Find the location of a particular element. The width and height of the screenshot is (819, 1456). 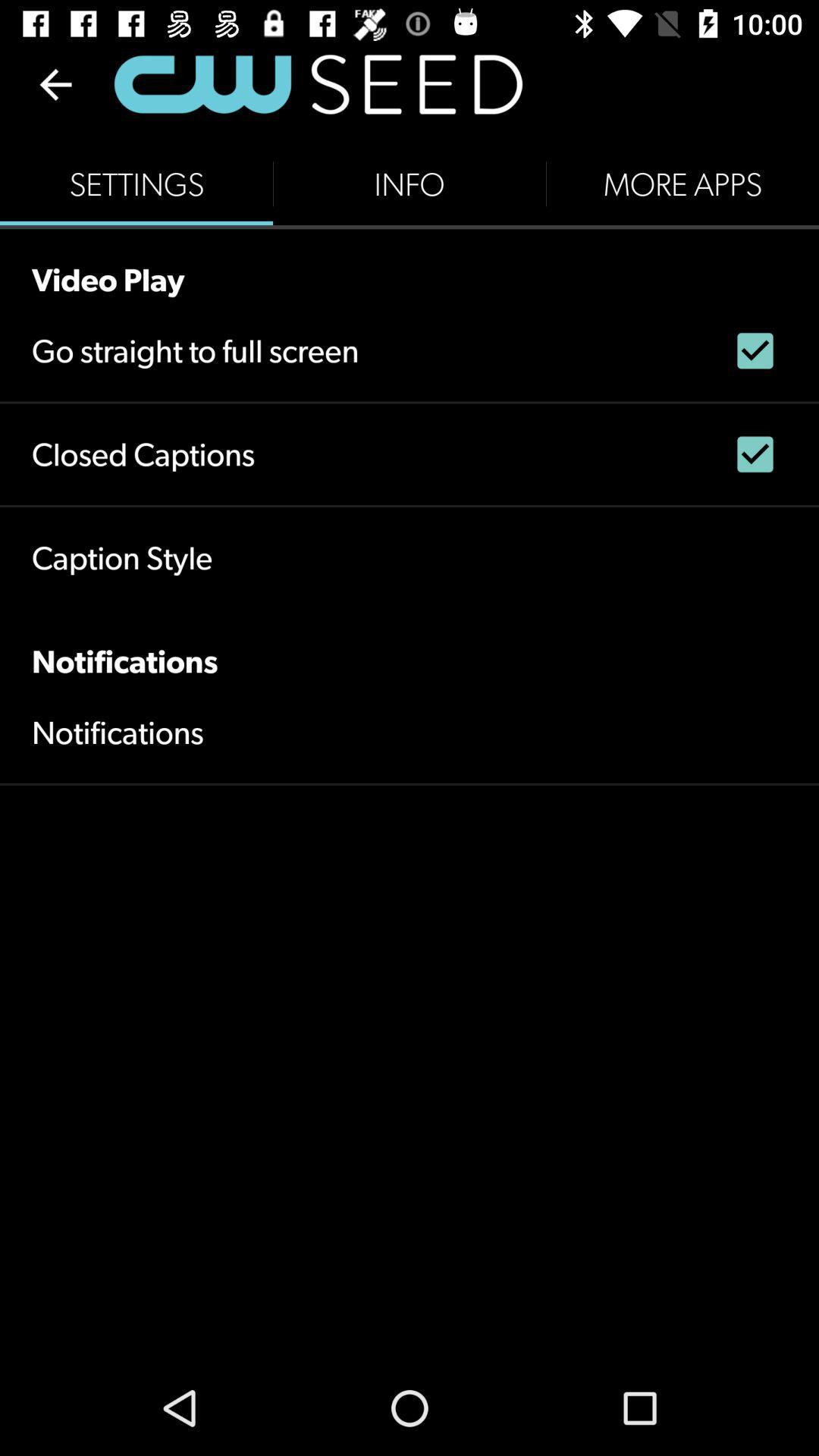

the icon next to settings icon is located at coordinates (409, 184).